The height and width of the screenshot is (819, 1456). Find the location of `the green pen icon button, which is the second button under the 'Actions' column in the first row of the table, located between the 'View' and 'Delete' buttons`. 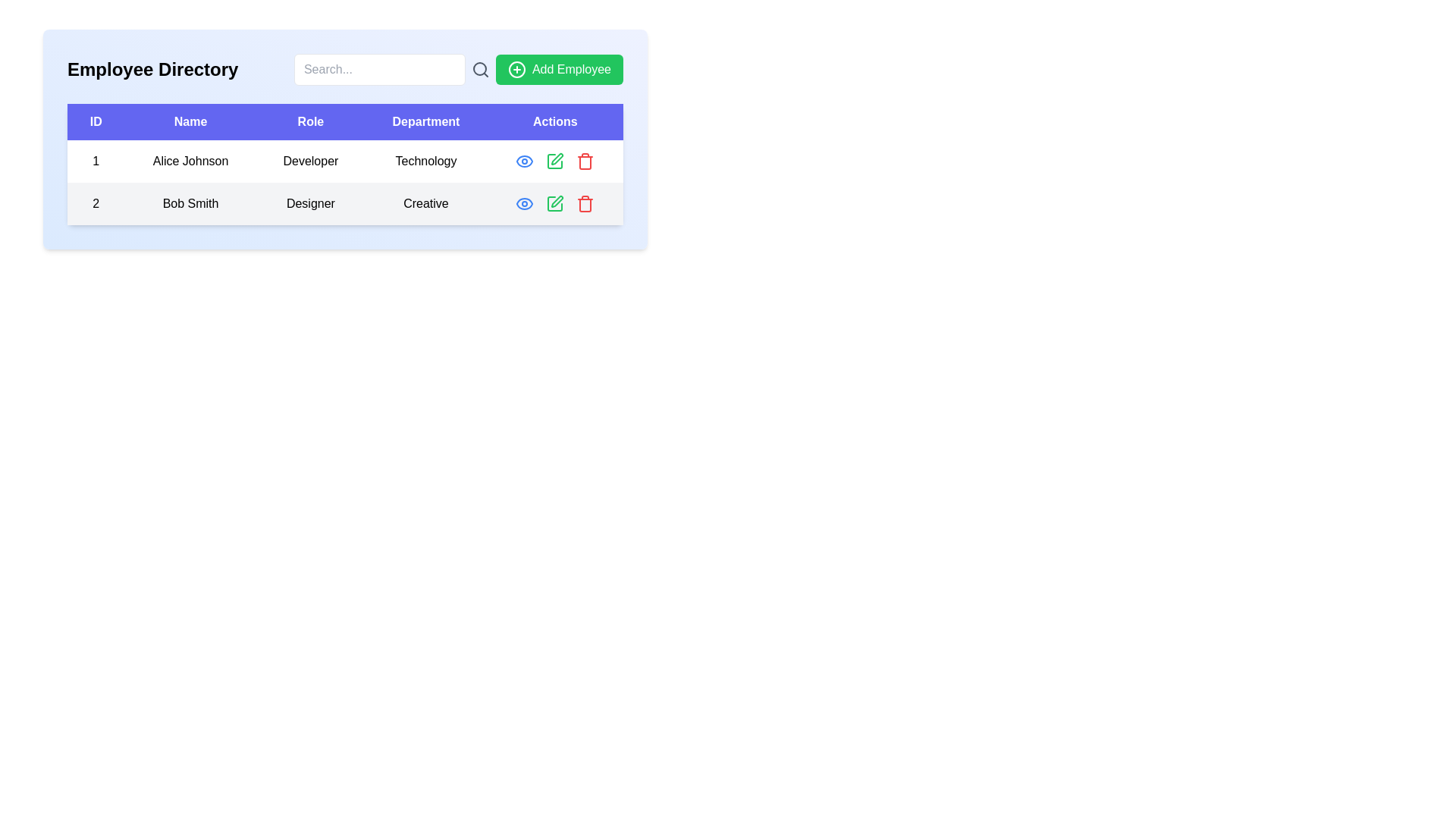

the green pen icon button, which is the second button under the 'Actions' column in the first row of the table, located between the 'View' and 'Delete' buttons is located at coordinates (554, 161).